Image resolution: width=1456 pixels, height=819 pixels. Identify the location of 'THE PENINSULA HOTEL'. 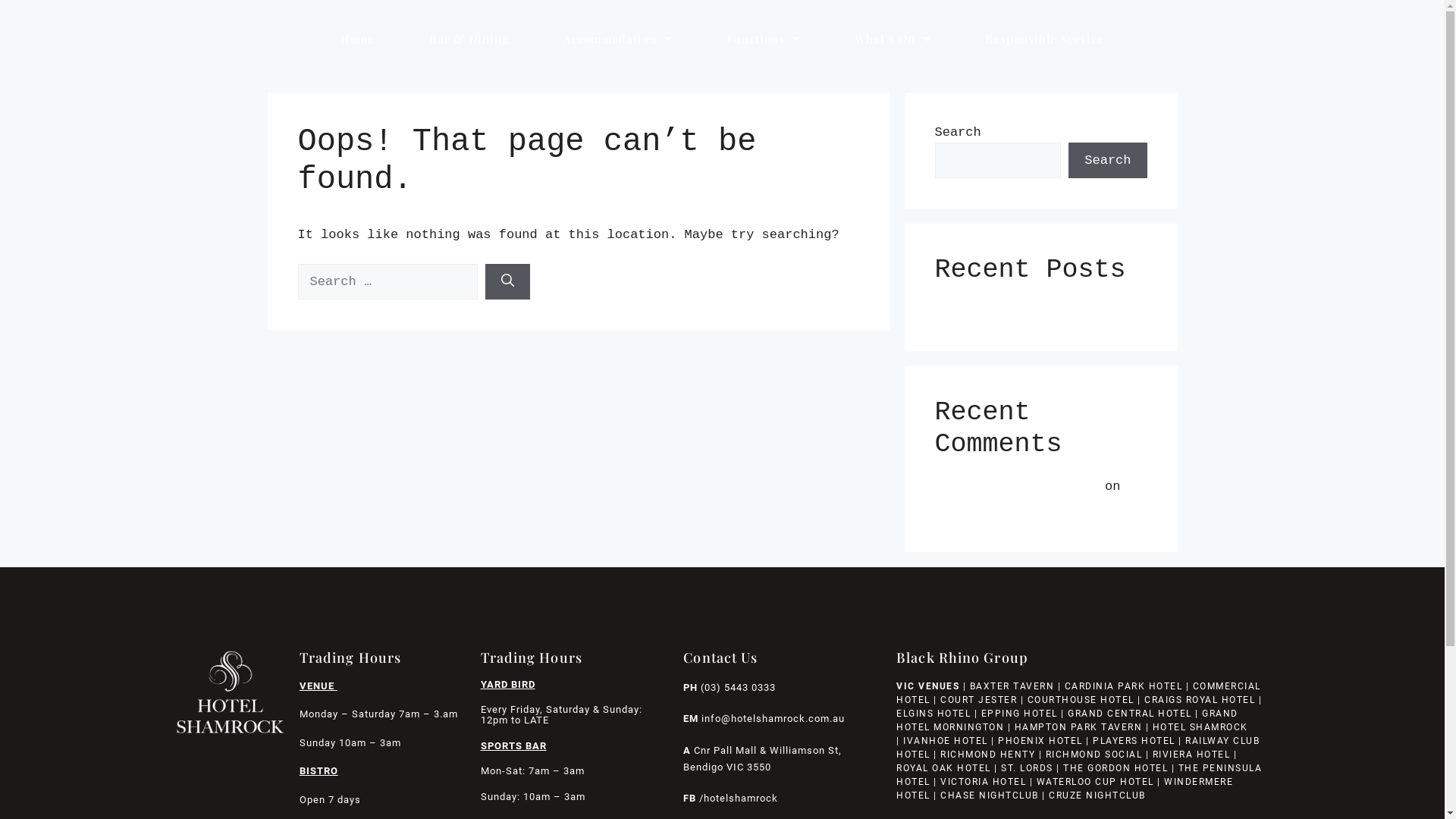
(1078, 775).